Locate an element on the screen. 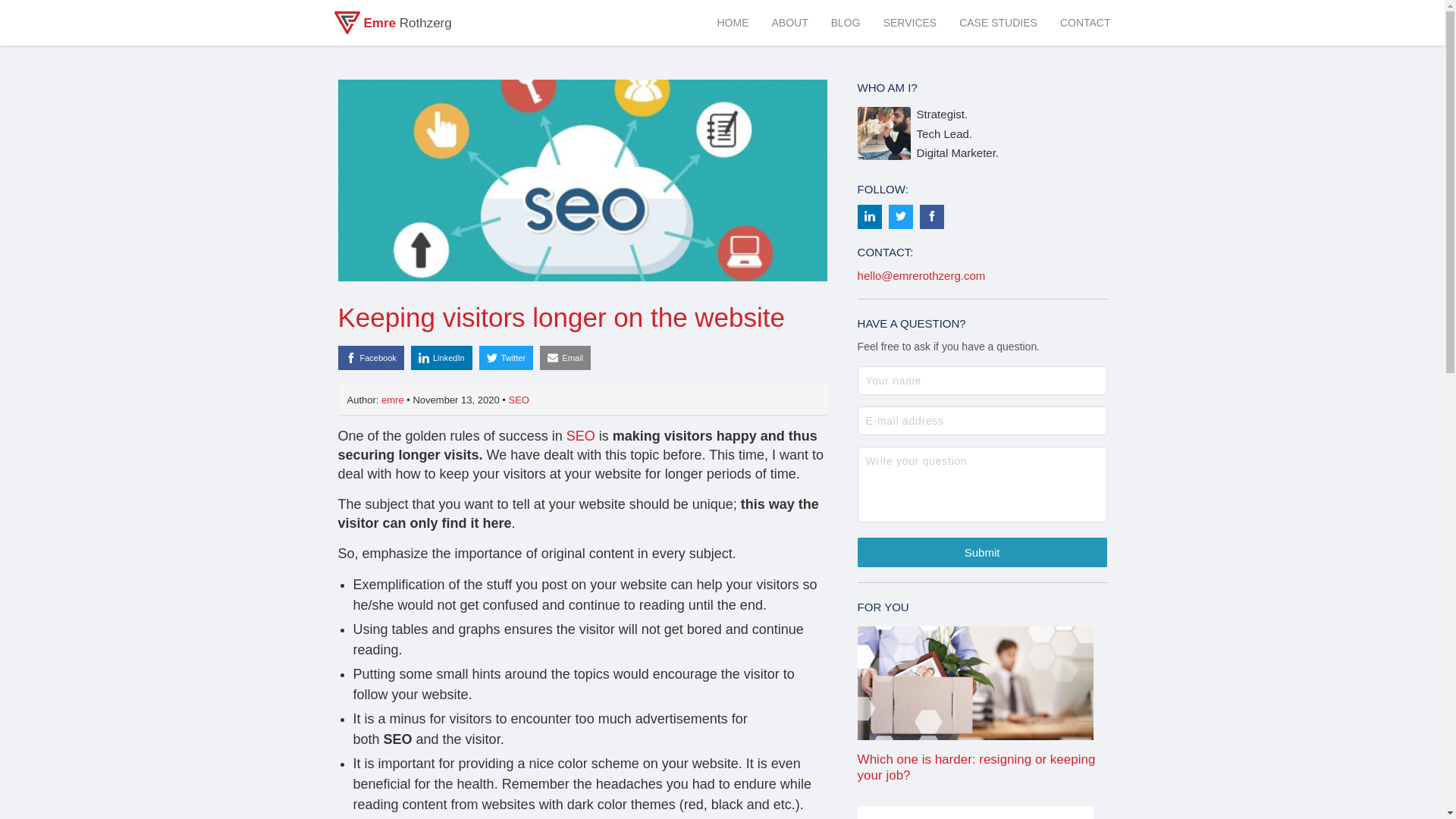 The image size is (1456, 819). 'Emre Rothzerg' is located at coordinates (392, 23).